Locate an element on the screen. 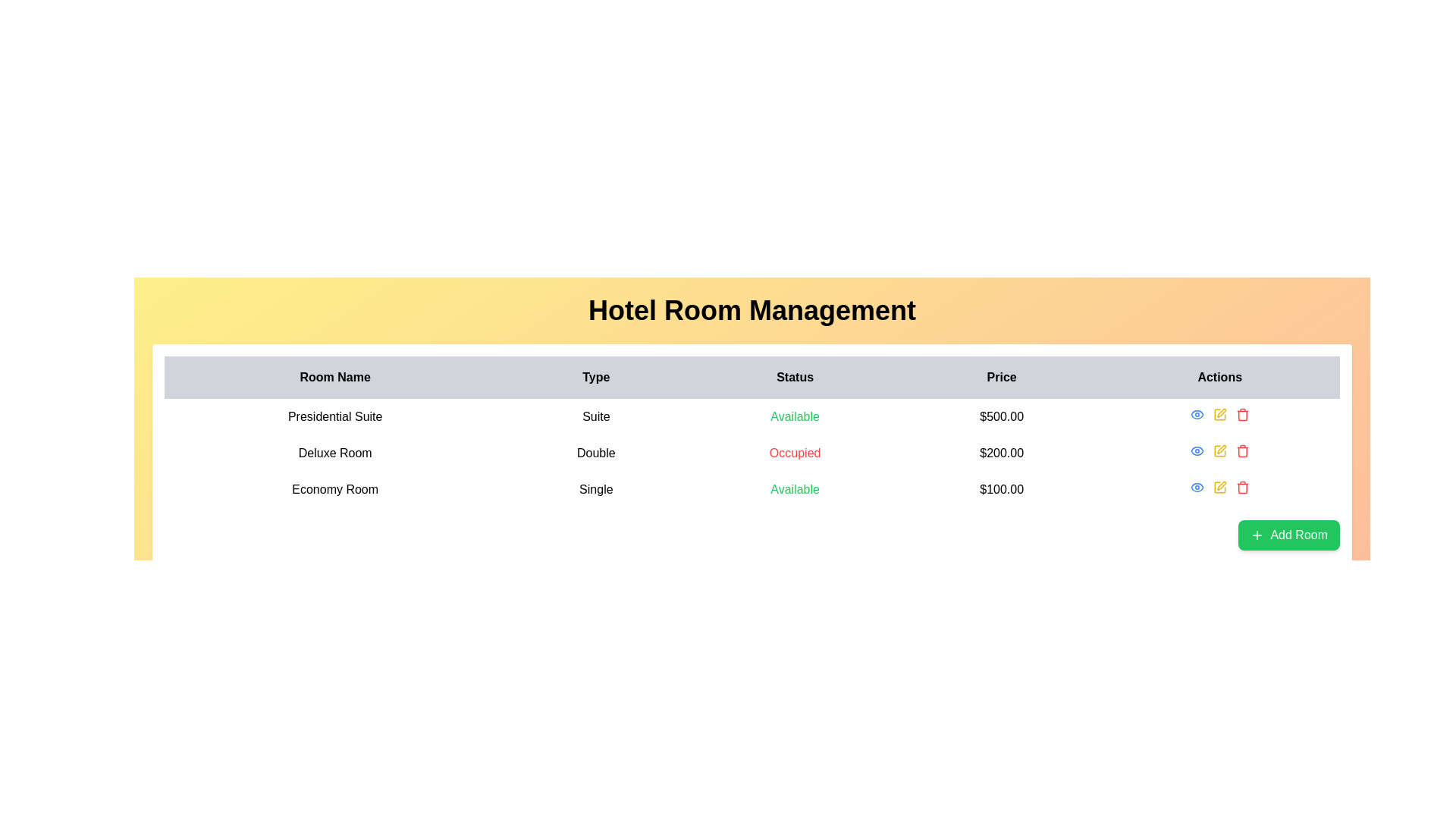 The height and width of the screenshot is (819, 1456). the availability status text label of the 'Economy Room' located in the third column under the 'Status' header is located at coordinates (794, 489).